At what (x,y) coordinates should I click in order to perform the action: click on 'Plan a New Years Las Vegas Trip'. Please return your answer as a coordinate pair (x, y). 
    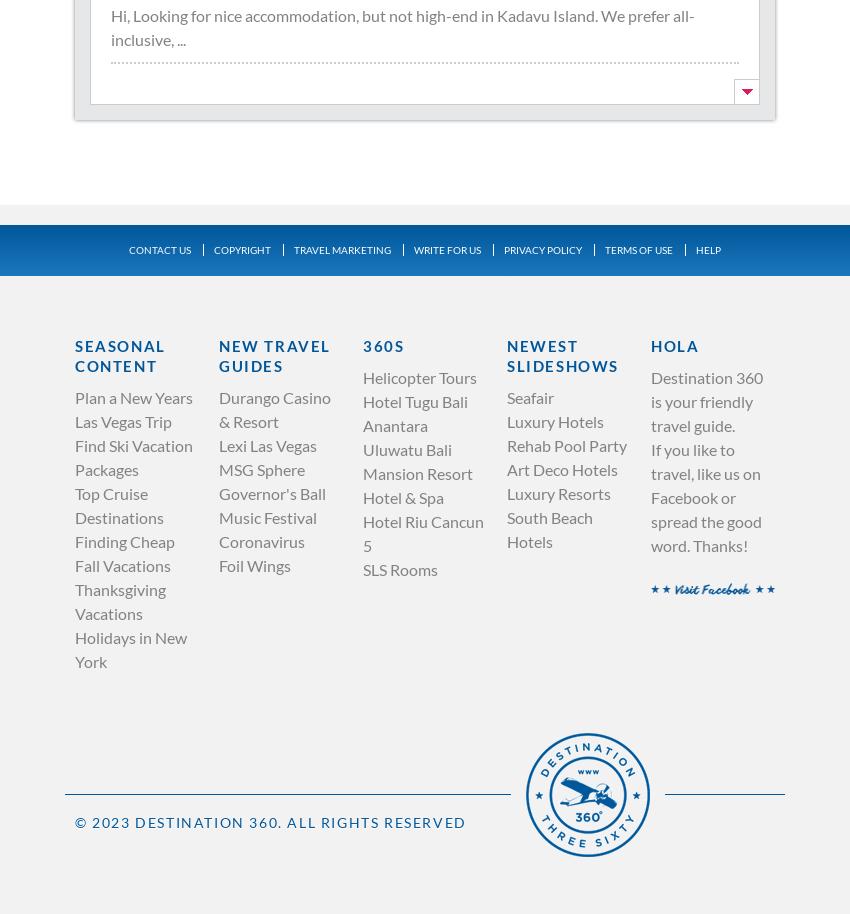
    Looking at the image, I should click on (133, 408).